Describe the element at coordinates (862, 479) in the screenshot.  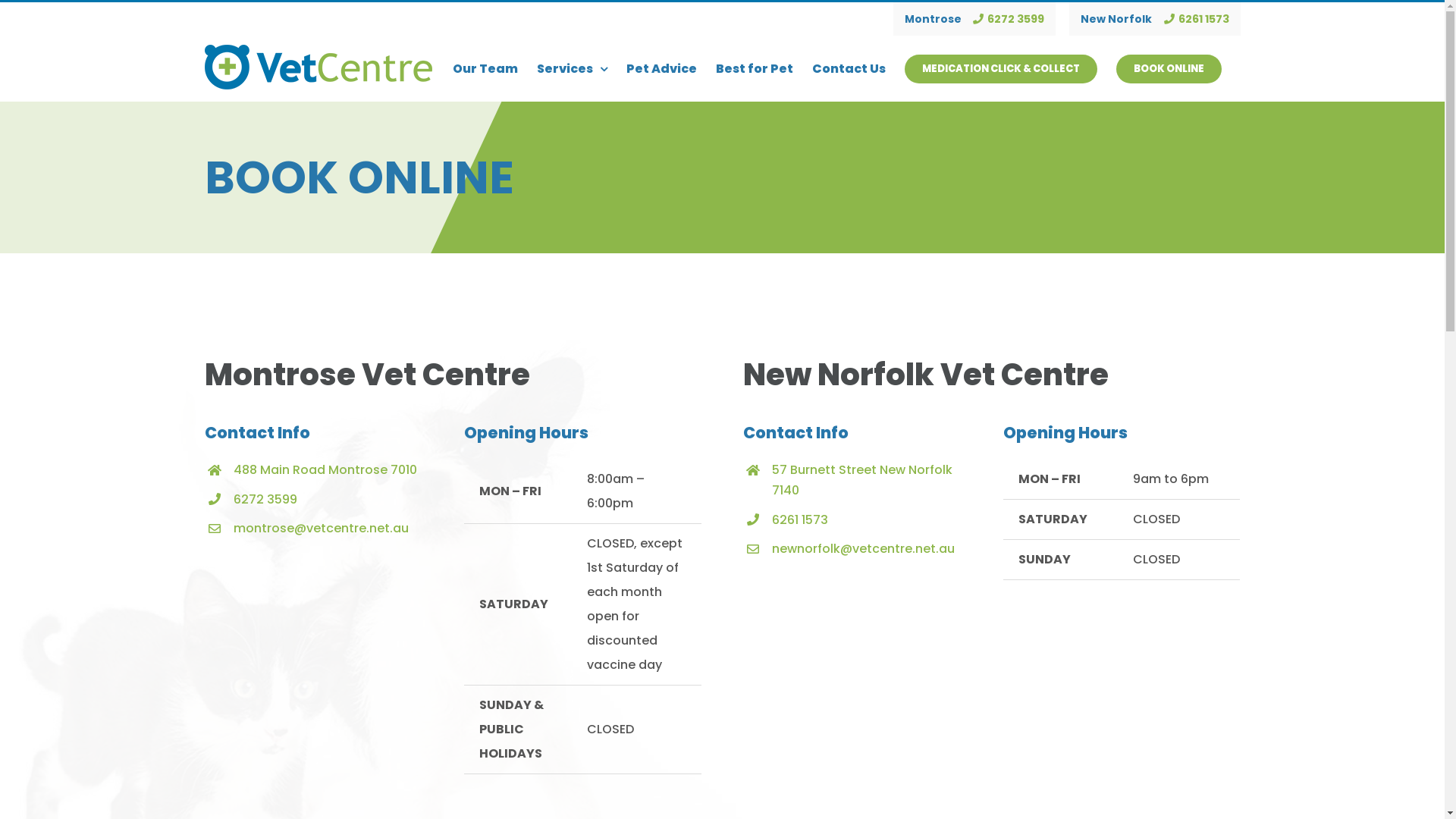
I see `'57 Burnett Street New Norfolk 7140'` at that location.